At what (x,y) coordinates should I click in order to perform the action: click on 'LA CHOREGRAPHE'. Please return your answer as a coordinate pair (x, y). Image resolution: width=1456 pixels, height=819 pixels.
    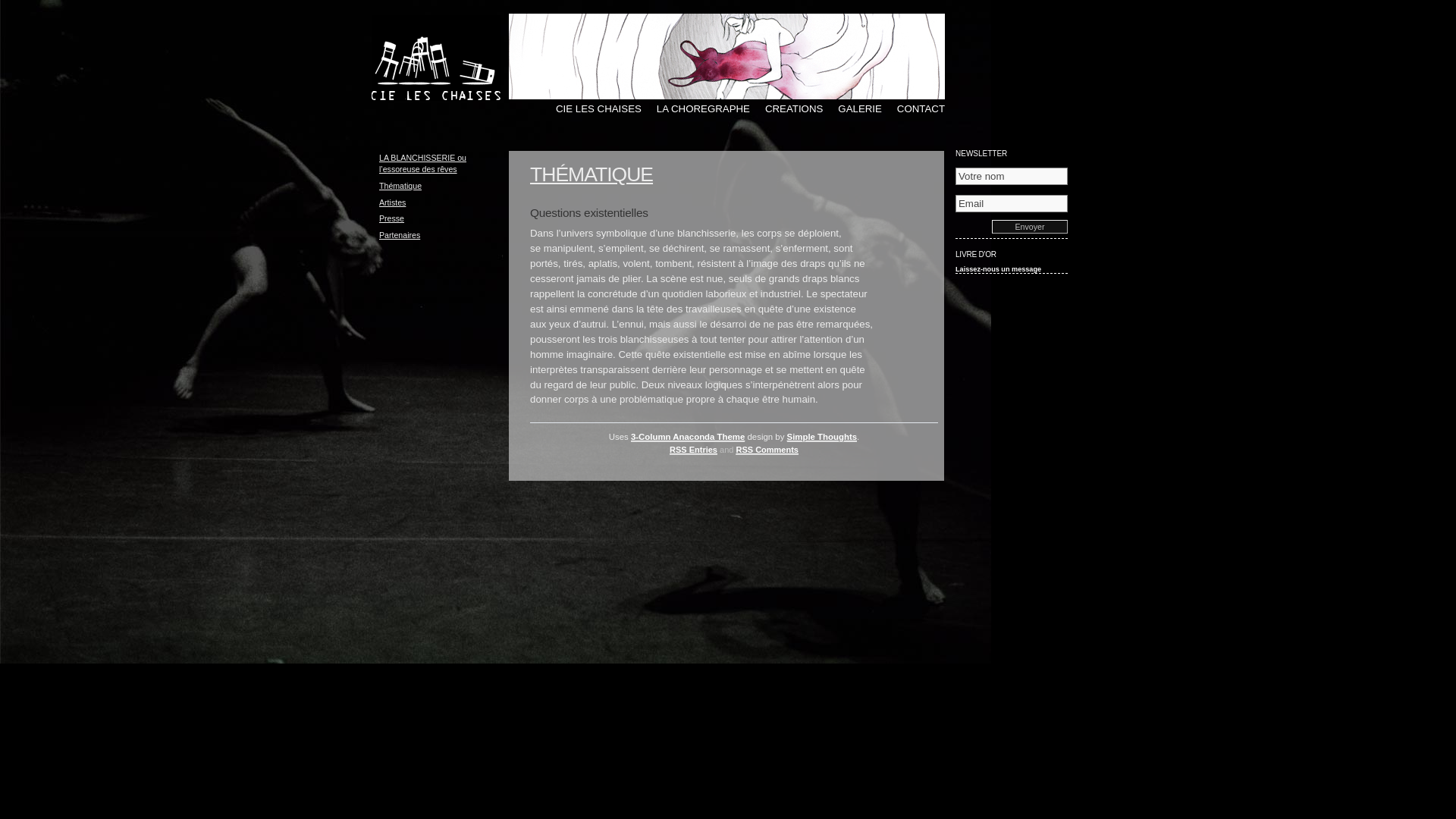
    Looking at the image, I should click on (695, 108).